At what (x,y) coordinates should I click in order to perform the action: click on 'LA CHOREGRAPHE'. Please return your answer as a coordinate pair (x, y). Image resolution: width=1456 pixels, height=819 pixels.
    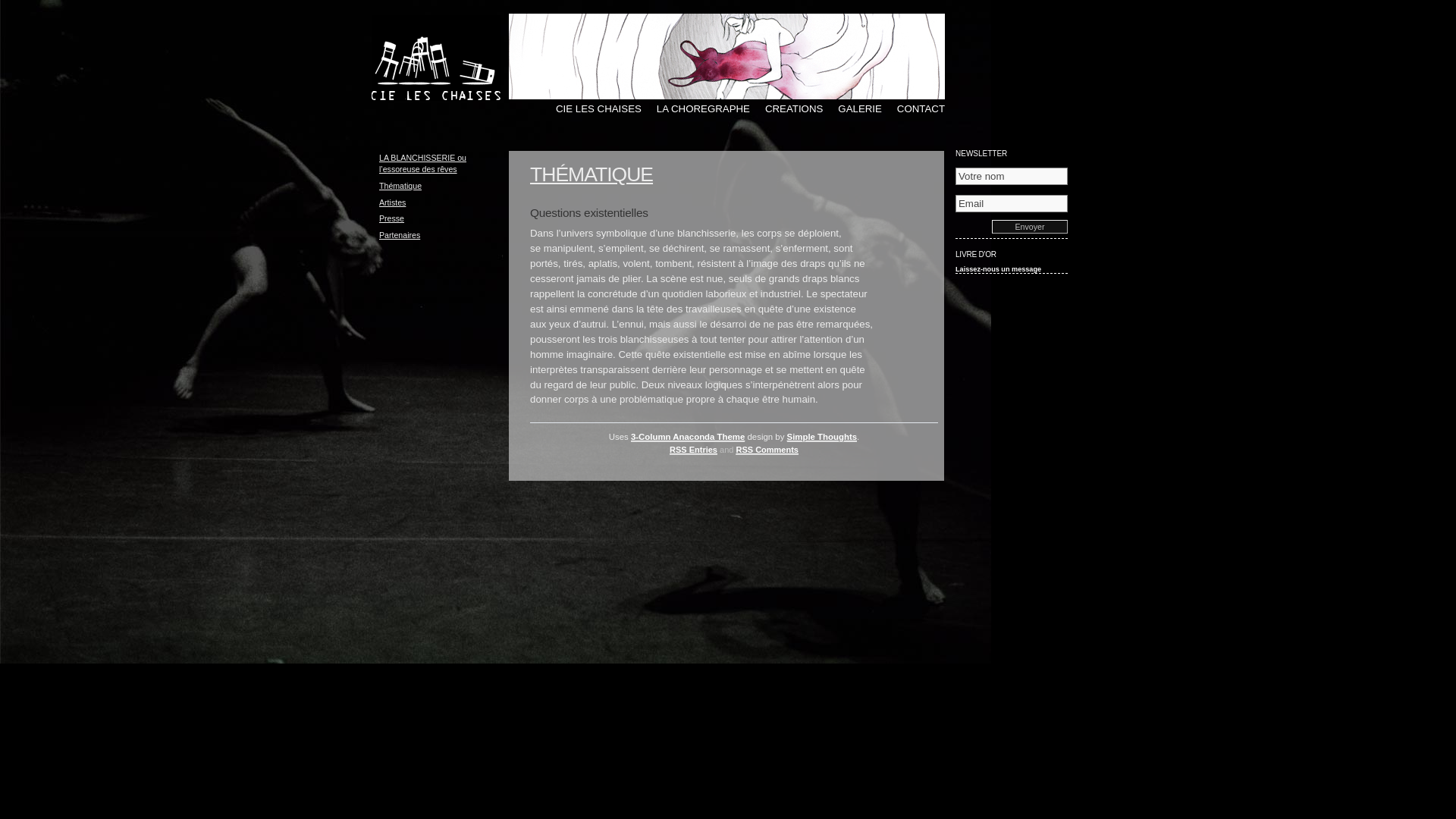
    Looking at the image, I should click on (695, 108).